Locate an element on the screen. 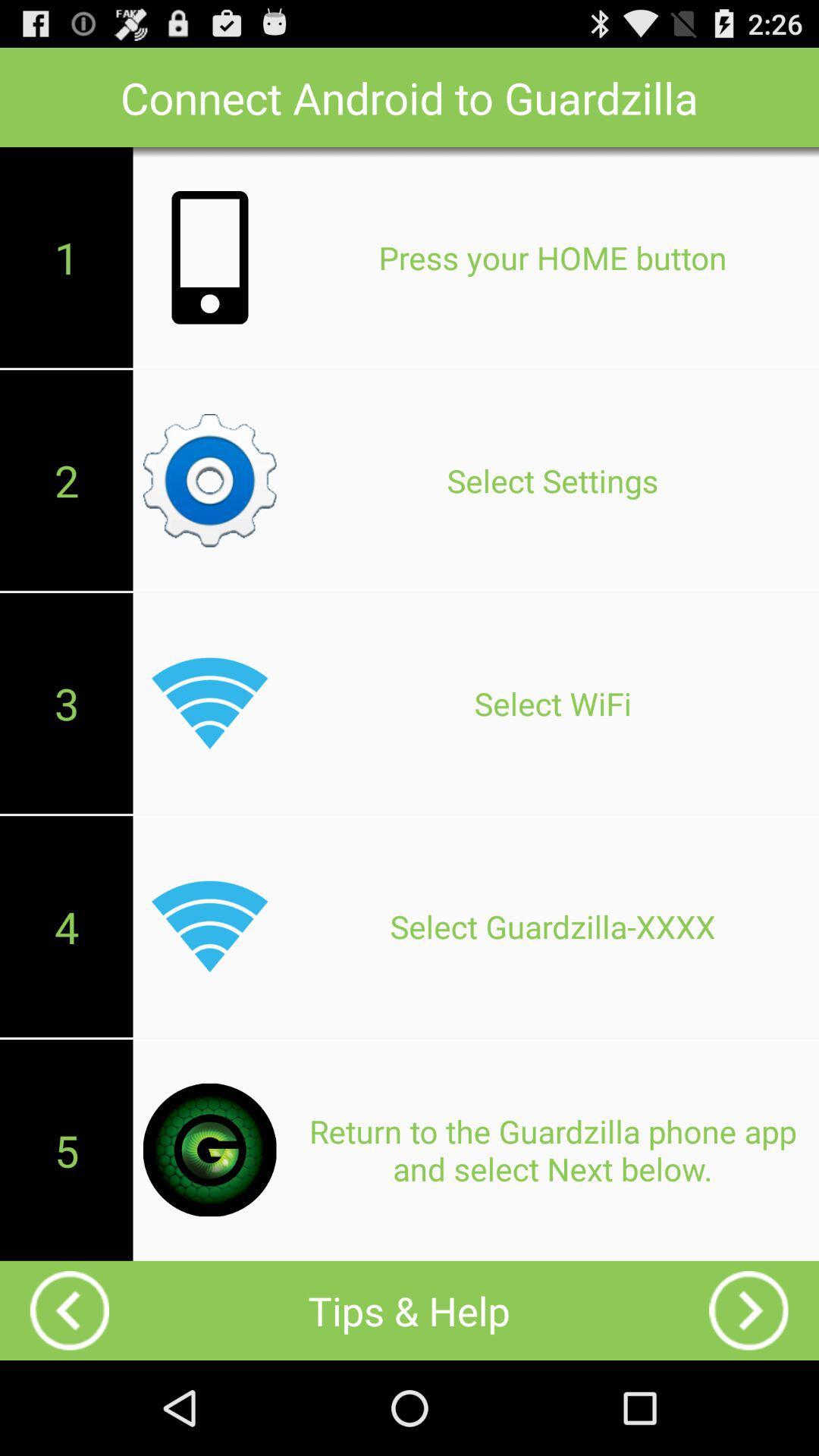 Image resolution: width=819 pixels, height=1456 pixels. go back is located at coordinates (748, 1310).